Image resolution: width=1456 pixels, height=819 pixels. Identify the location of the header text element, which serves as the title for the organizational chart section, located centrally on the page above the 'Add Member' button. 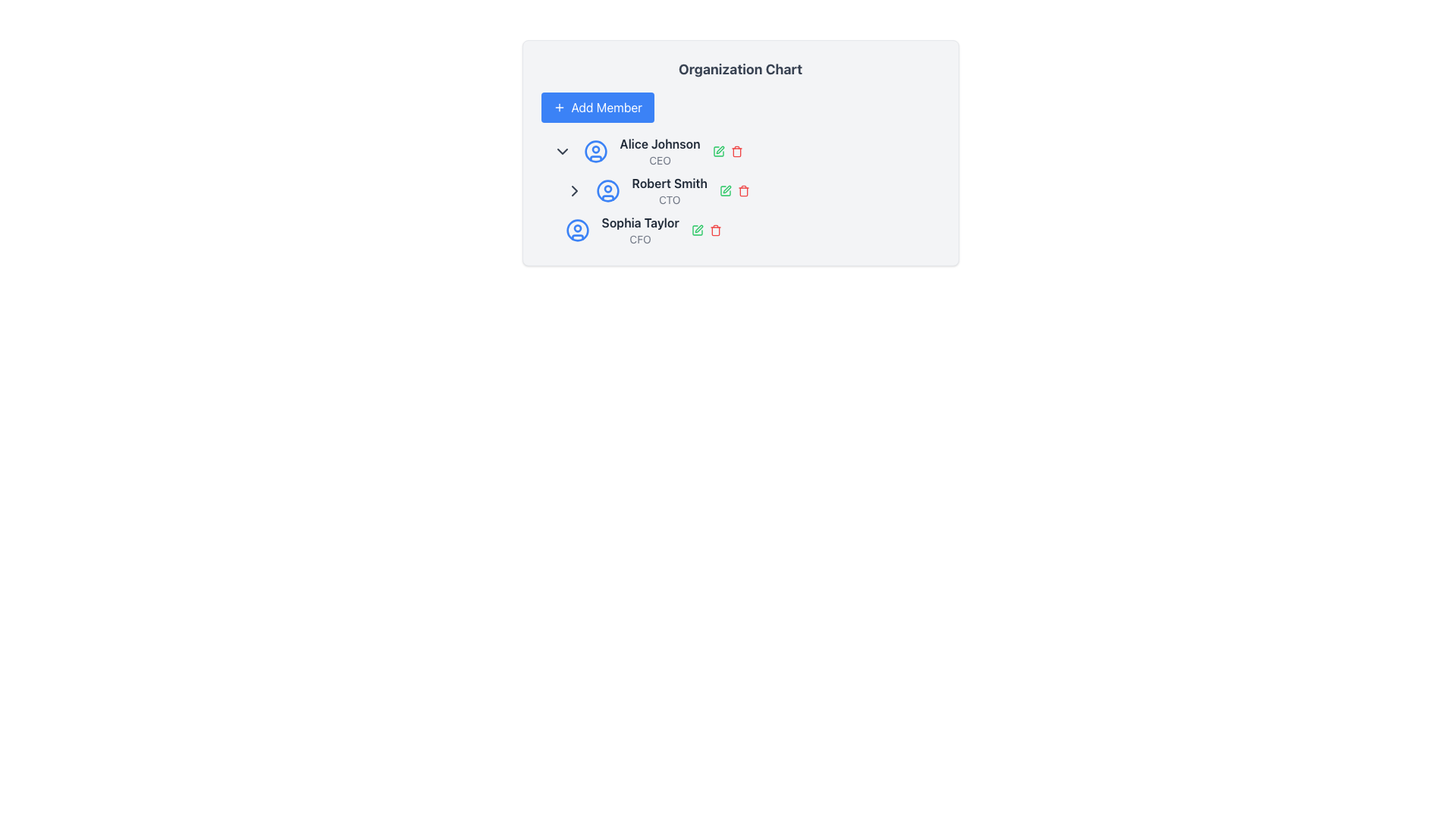
(740, 70).